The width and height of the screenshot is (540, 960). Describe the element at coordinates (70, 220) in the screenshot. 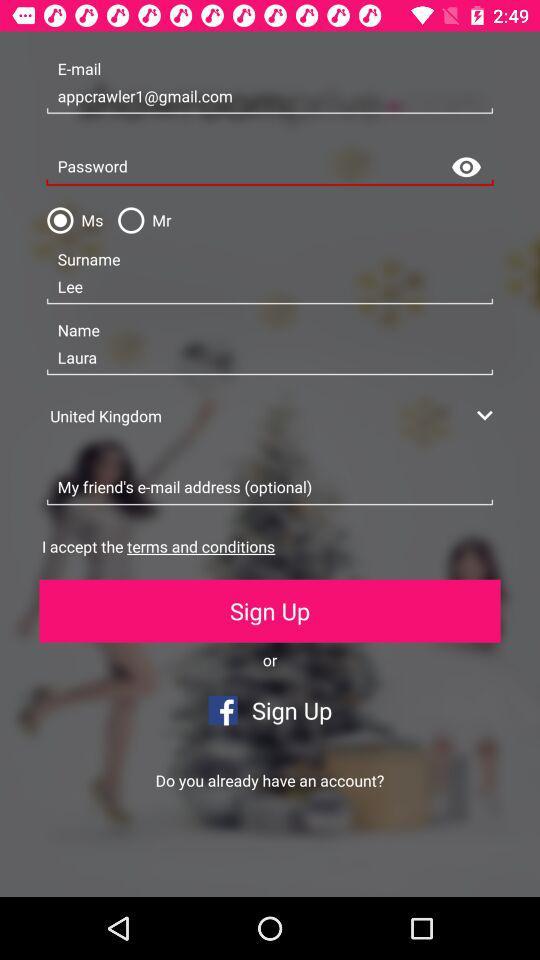

I see `the icon to the left of the mr item` at that location.